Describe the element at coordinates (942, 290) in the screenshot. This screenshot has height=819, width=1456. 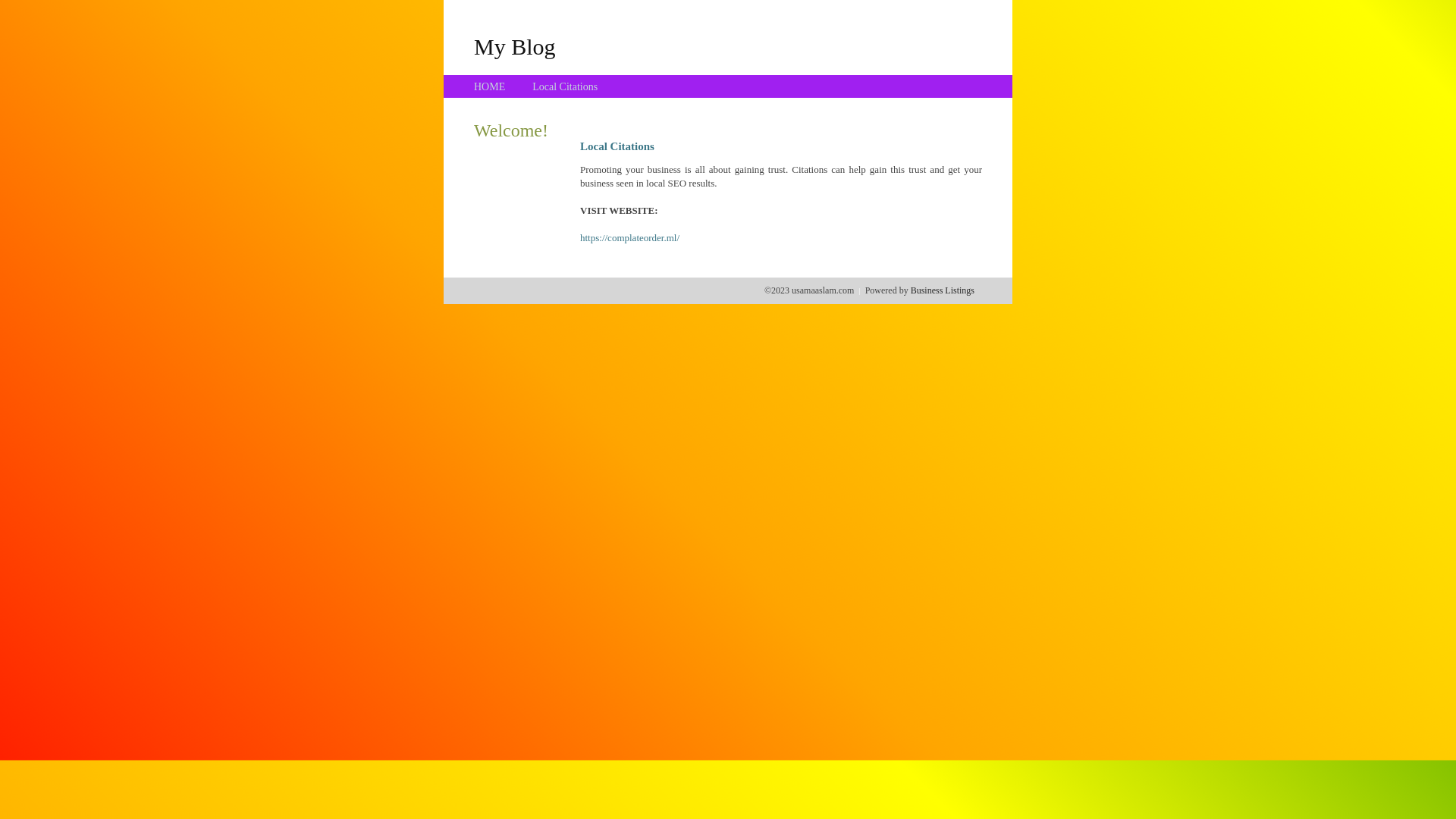
I see `'Business Listings'` at that location.